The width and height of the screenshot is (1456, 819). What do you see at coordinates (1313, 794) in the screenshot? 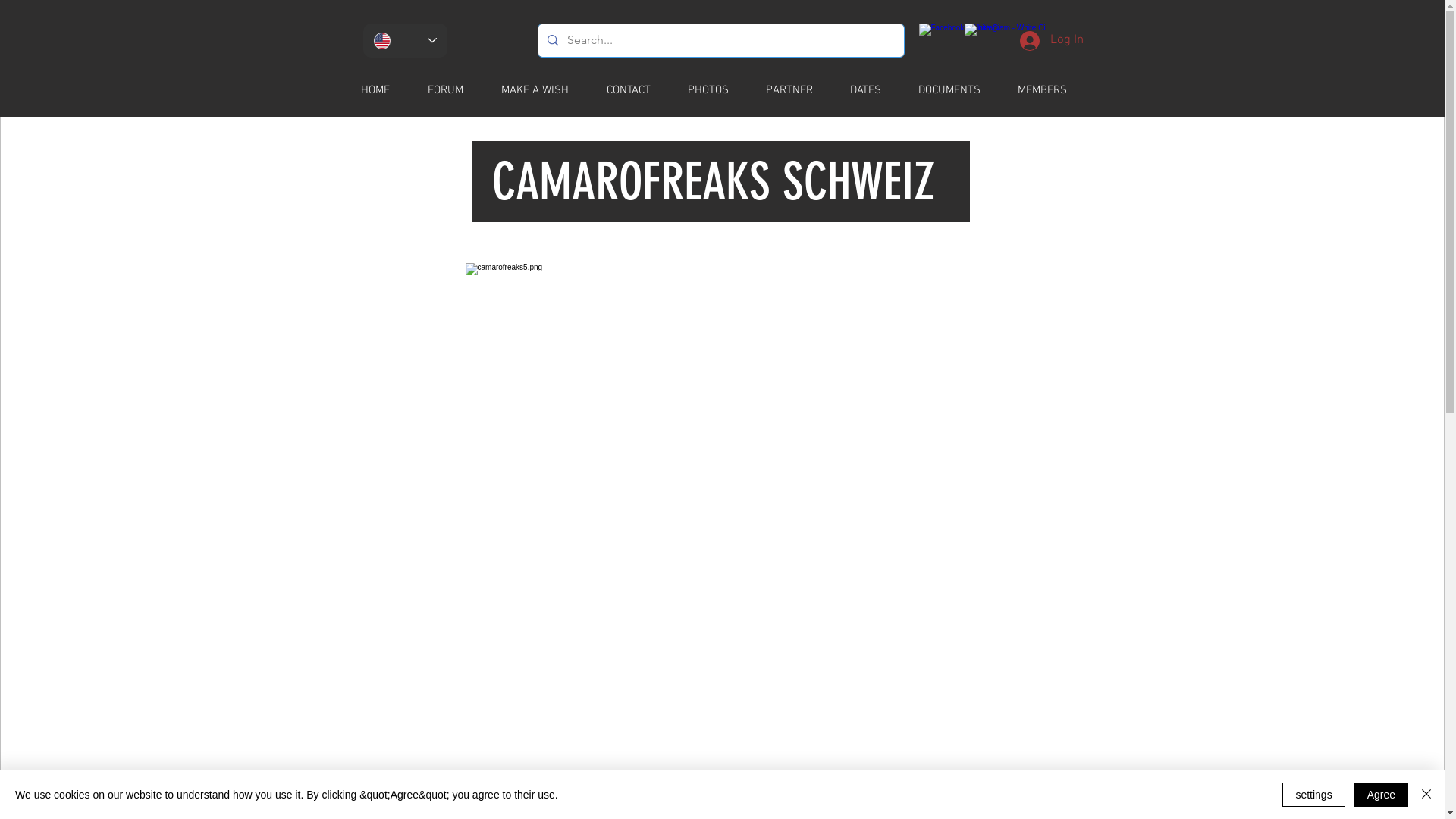
I see `'settings'` at bounding box center [1313, 794].